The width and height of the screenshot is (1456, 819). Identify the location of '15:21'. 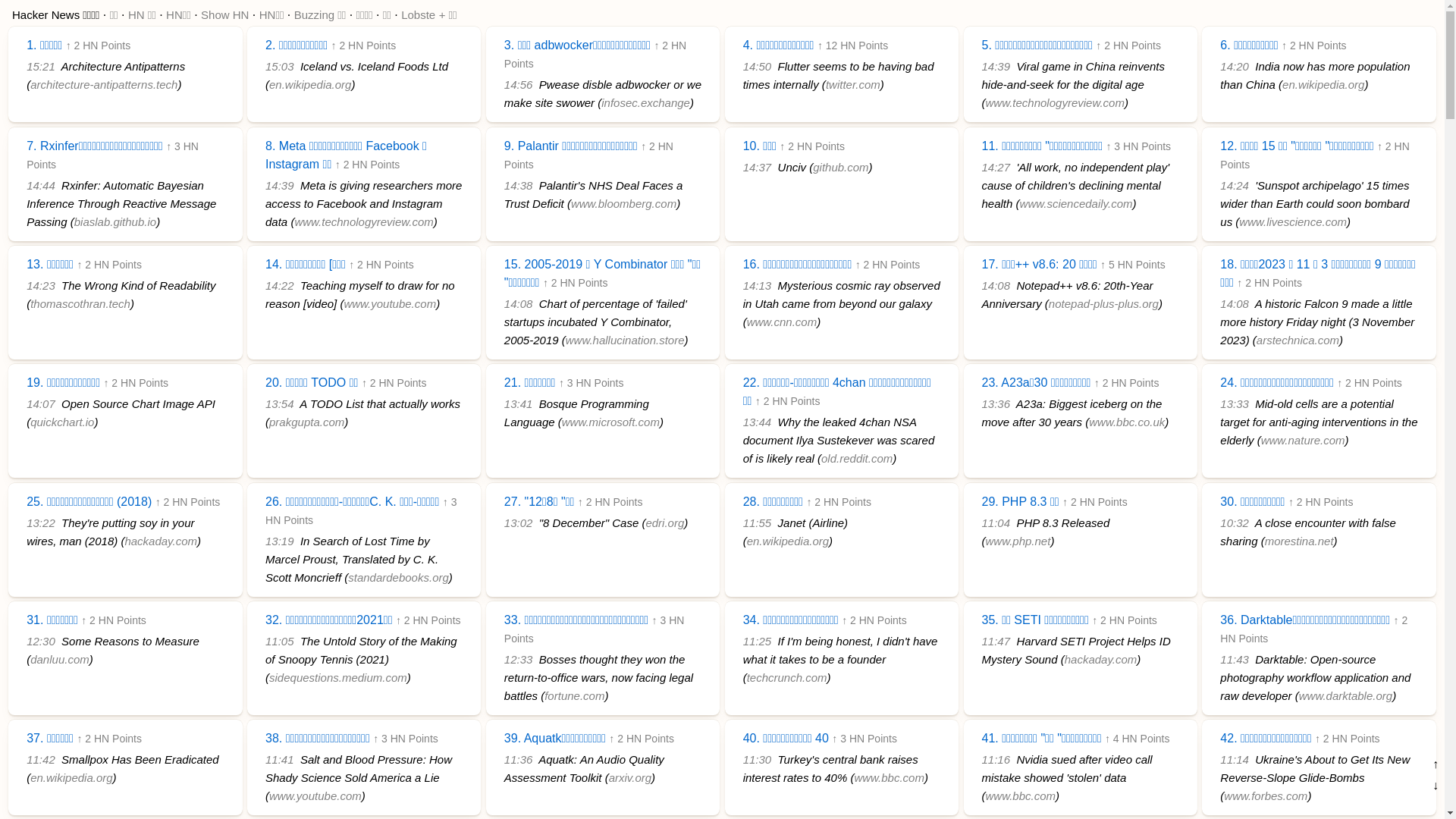
(40, 65).